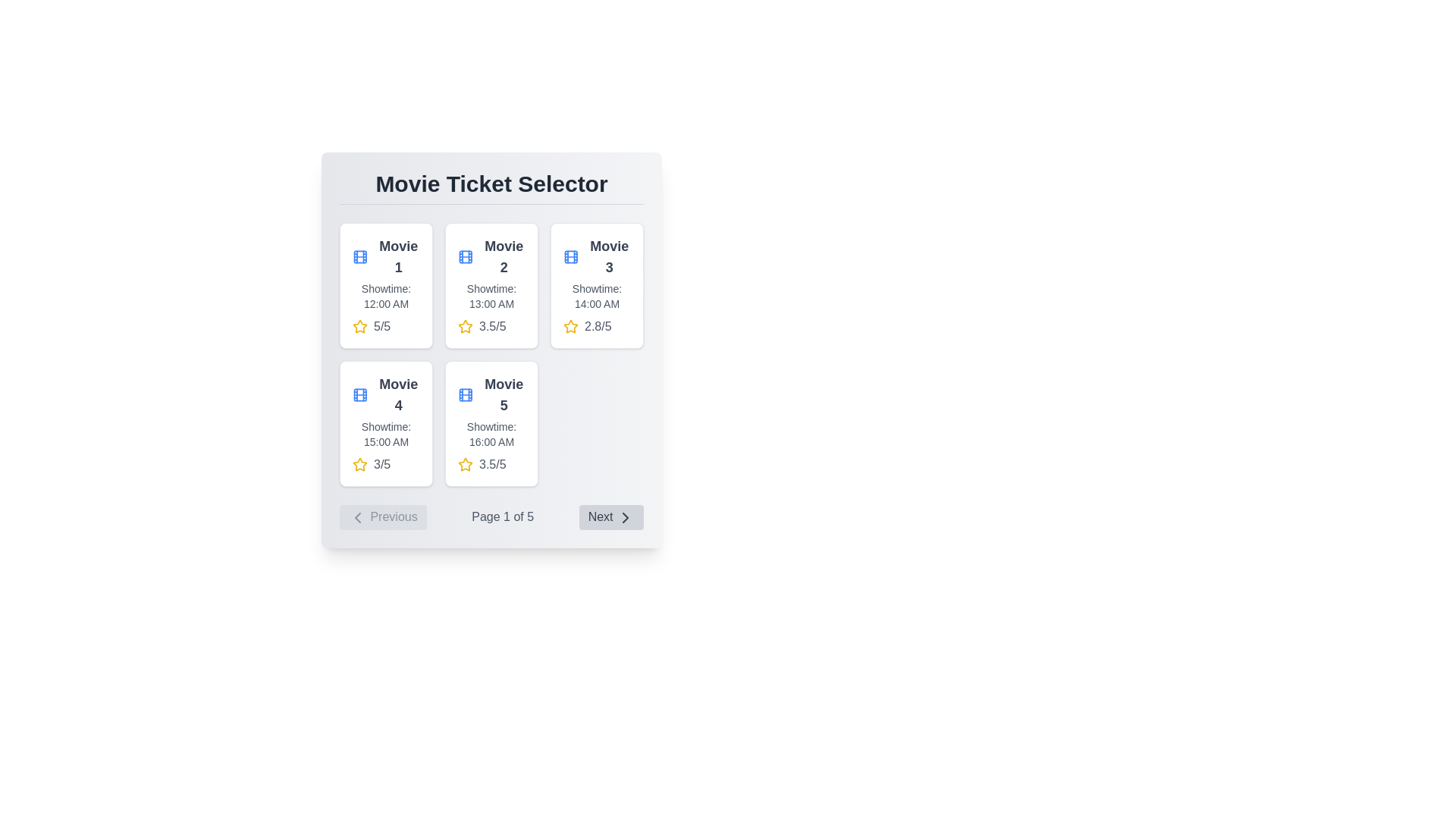 This screenshot has height=819, width=1456. I want to click on the Text label with the icon of a film strip colored in blue that displays 'Movie 3', located in the upper portion of the third movie card in the grid, so click(596, 256).